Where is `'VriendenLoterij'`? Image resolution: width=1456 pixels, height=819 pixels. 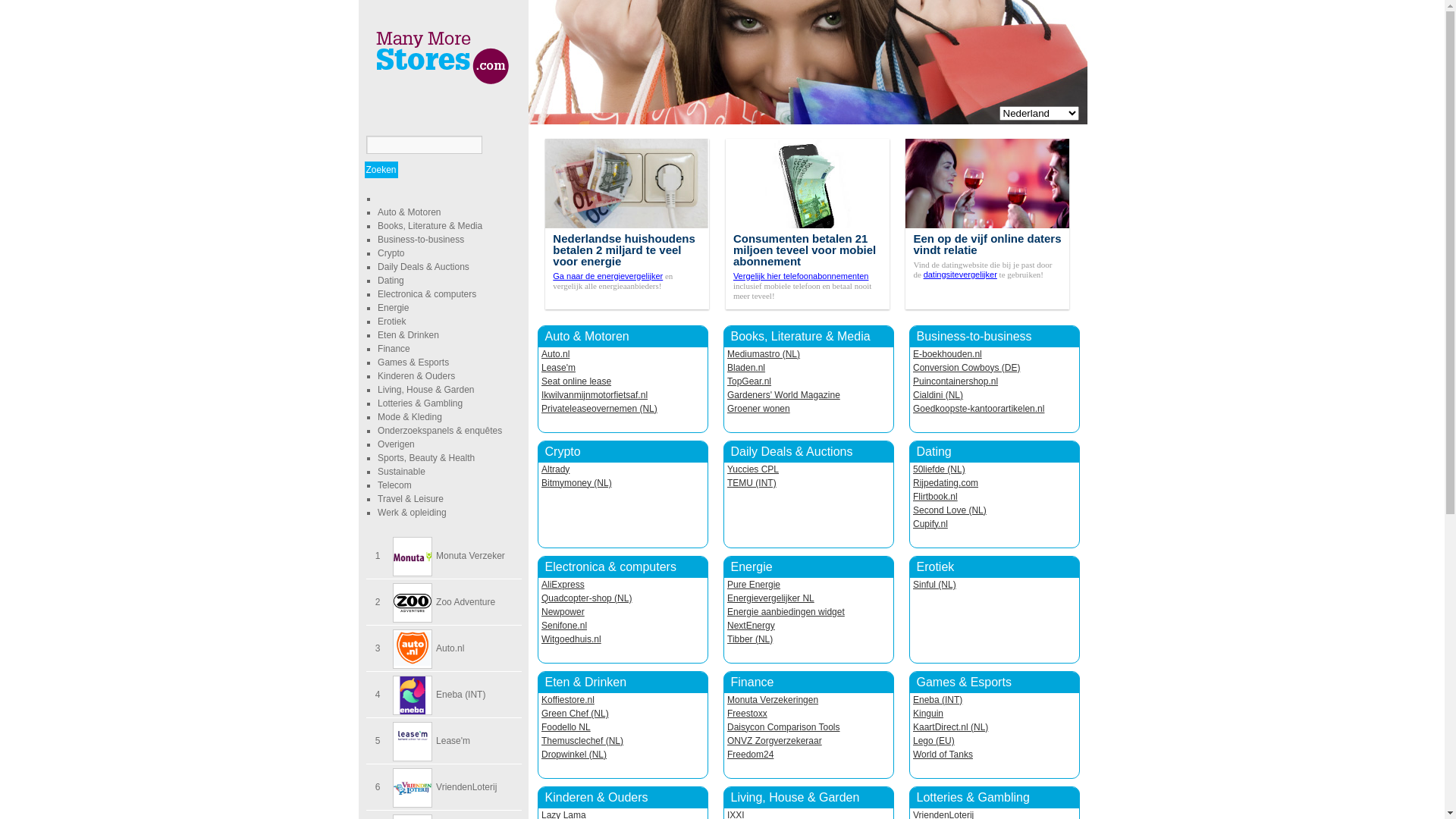
'VriendenLoterij' is located at coordinates (465, 786).